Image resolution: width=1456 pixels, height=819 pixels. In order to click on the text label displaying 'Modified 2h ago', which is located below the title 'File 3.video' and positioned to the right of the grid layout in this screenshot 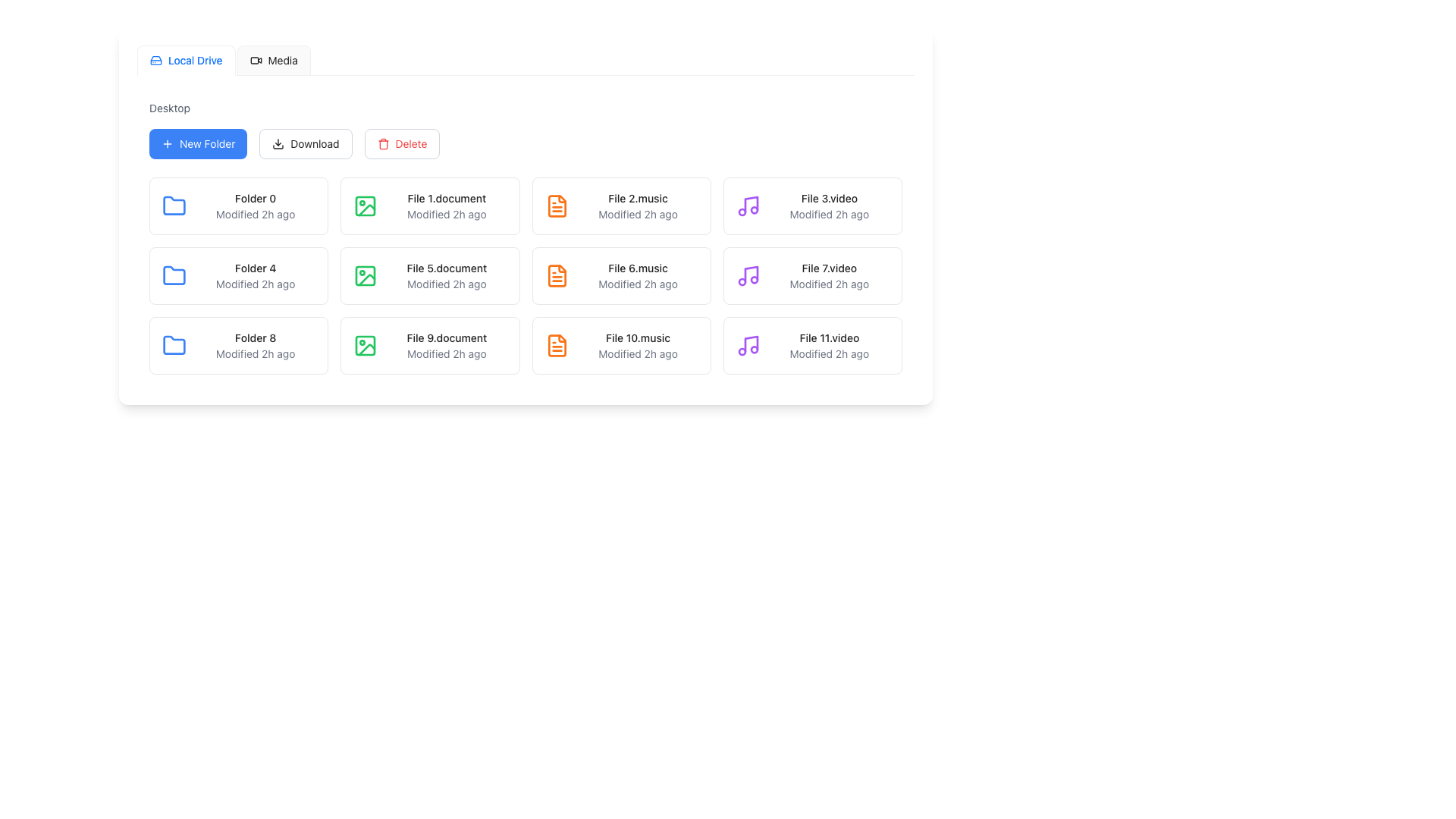, I will do `click(828, 214)`.